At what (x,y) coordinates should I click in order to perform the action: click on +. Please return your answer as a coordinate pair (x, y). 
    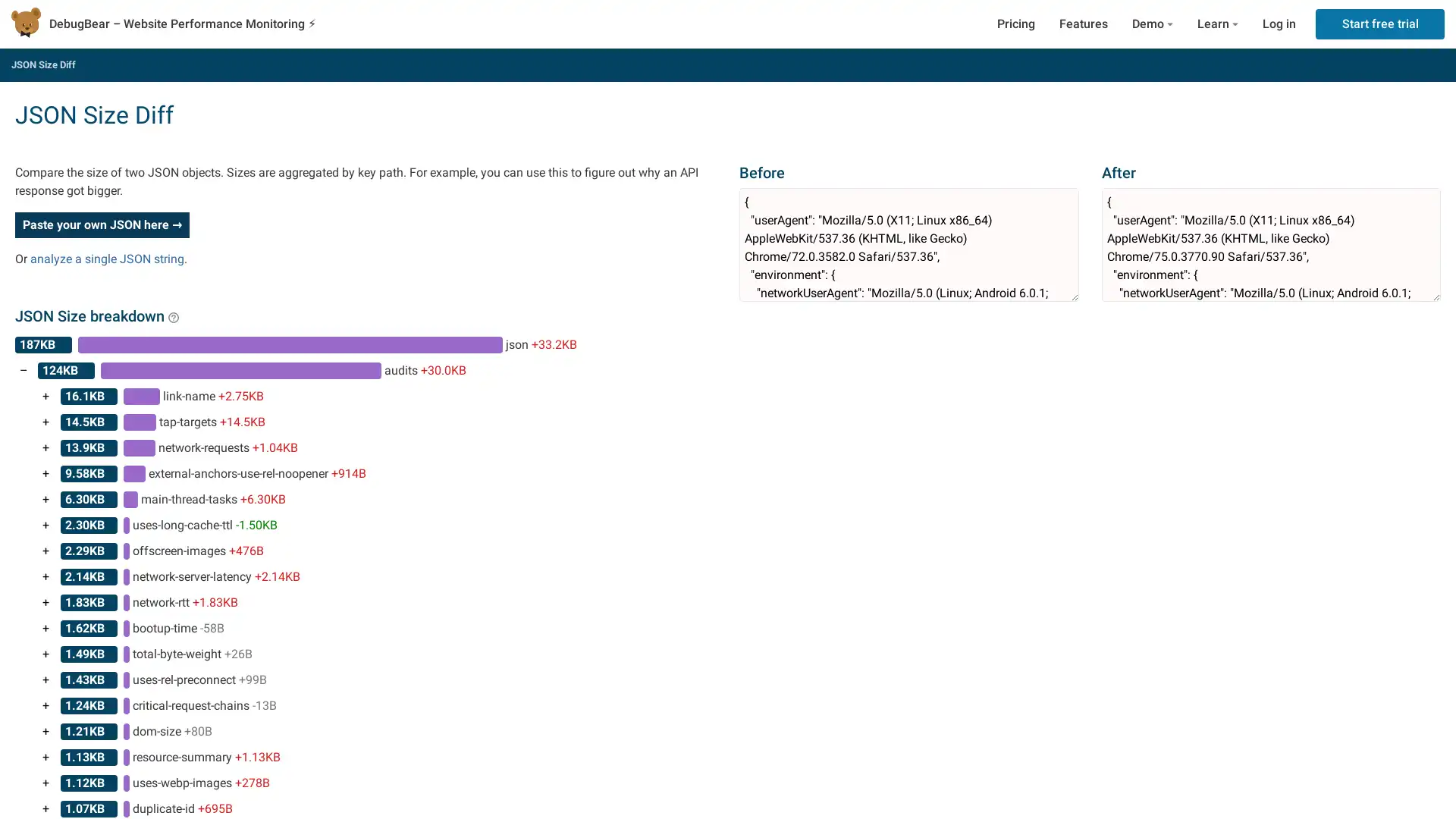
    Looking at the image, I should click on (45, 576).